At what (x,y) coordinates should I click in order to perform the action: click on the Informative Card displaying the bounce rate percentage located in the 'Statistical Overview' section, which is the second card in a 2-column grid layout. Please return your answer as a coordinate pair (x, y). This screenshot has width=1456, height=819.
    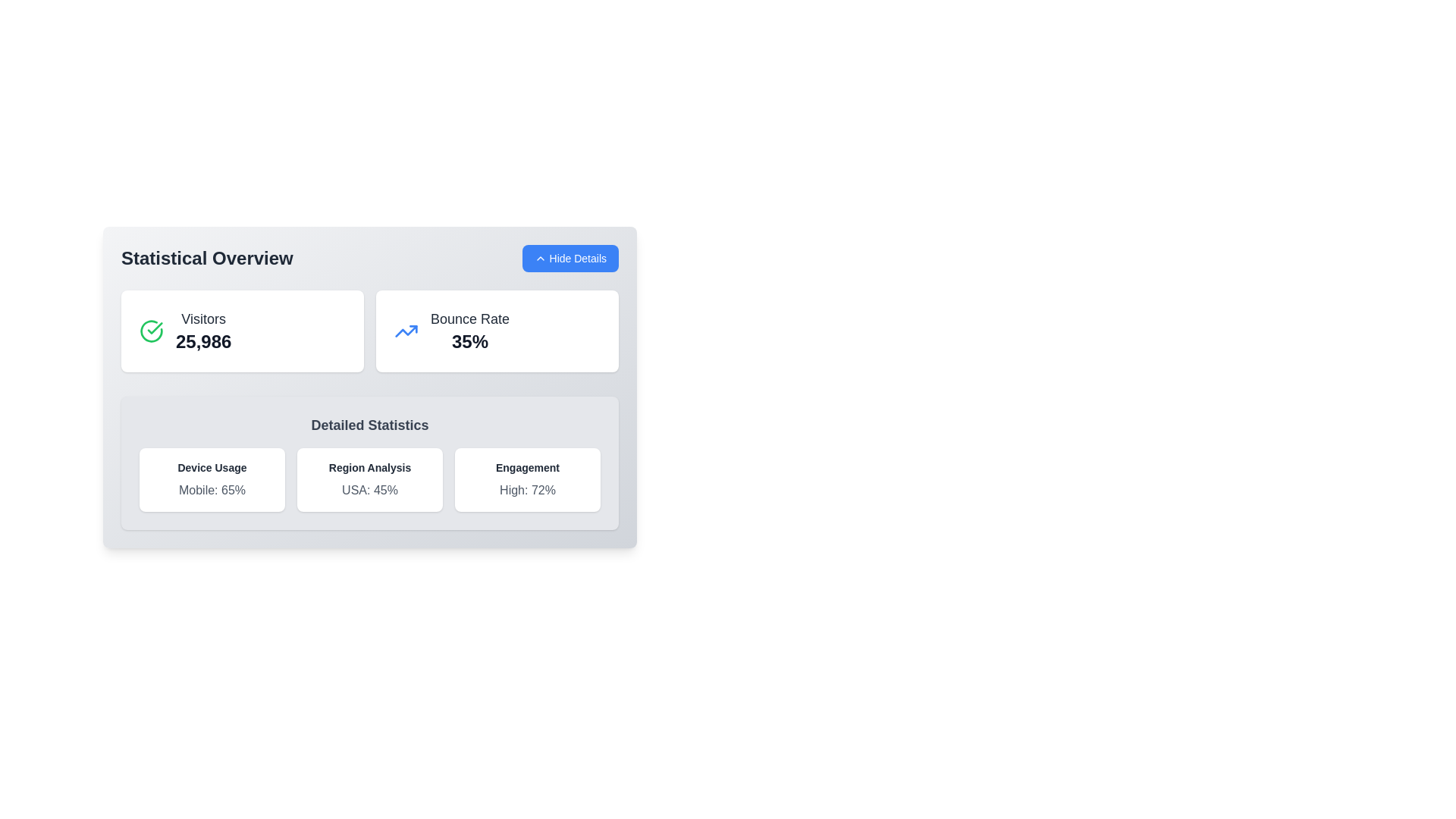
    Looking at the image, I should click on (497, 330).